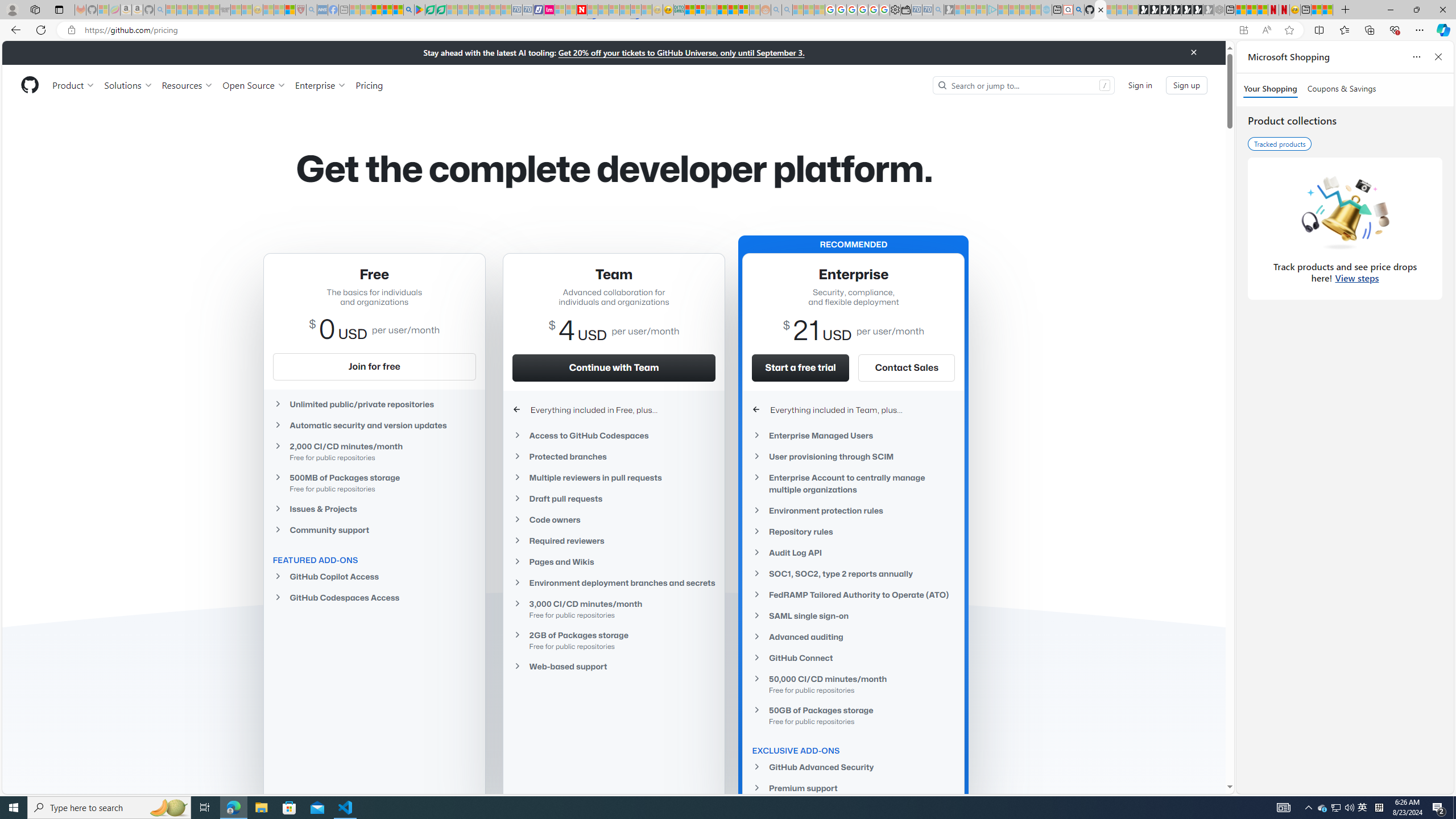  What do you see at coordinates (373, 529) in the screenshot?
I see `'Community support'` at bounding box center [373, 529].